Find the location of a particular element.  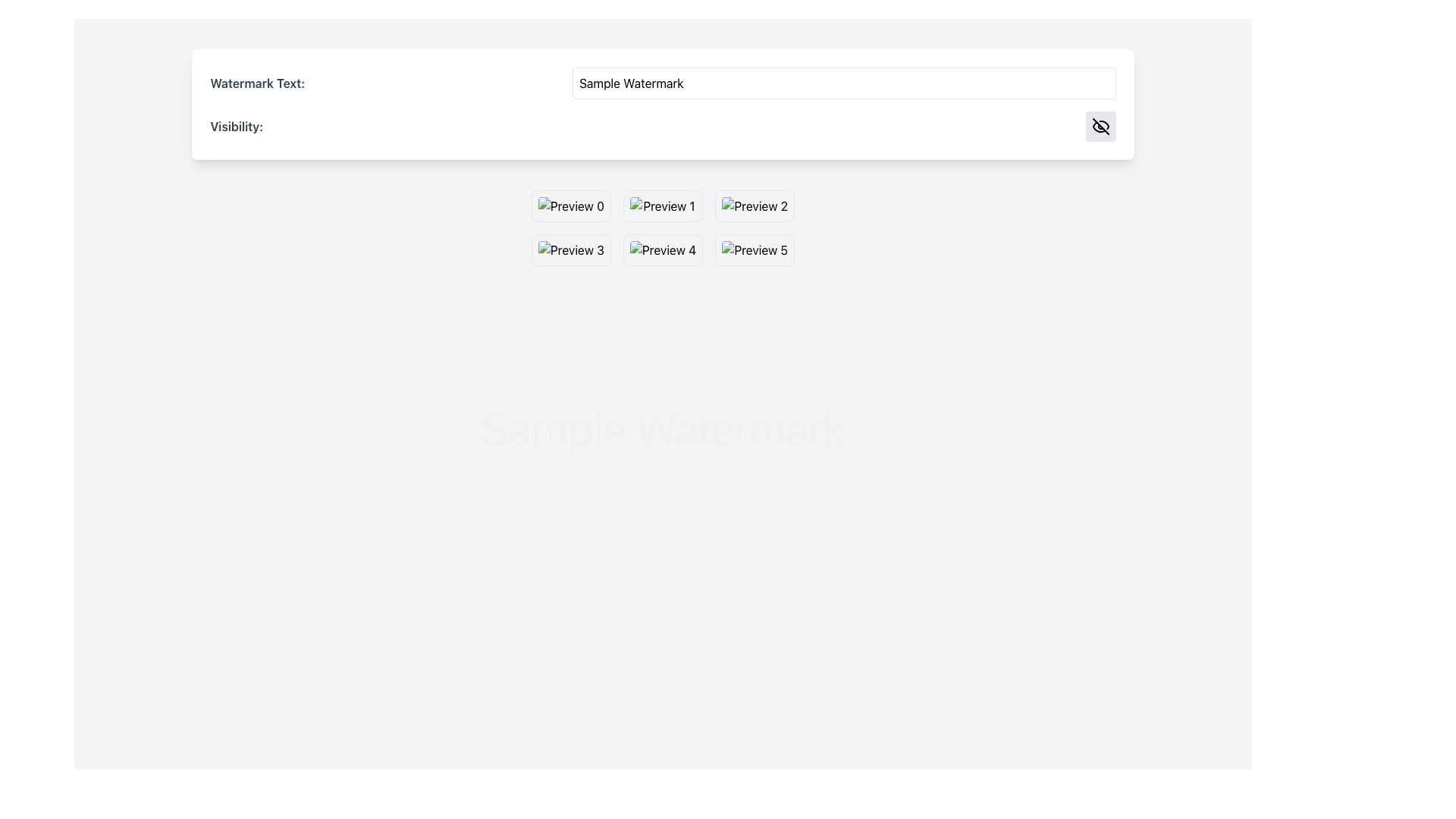

the first item is located at coordinates (570, 206).